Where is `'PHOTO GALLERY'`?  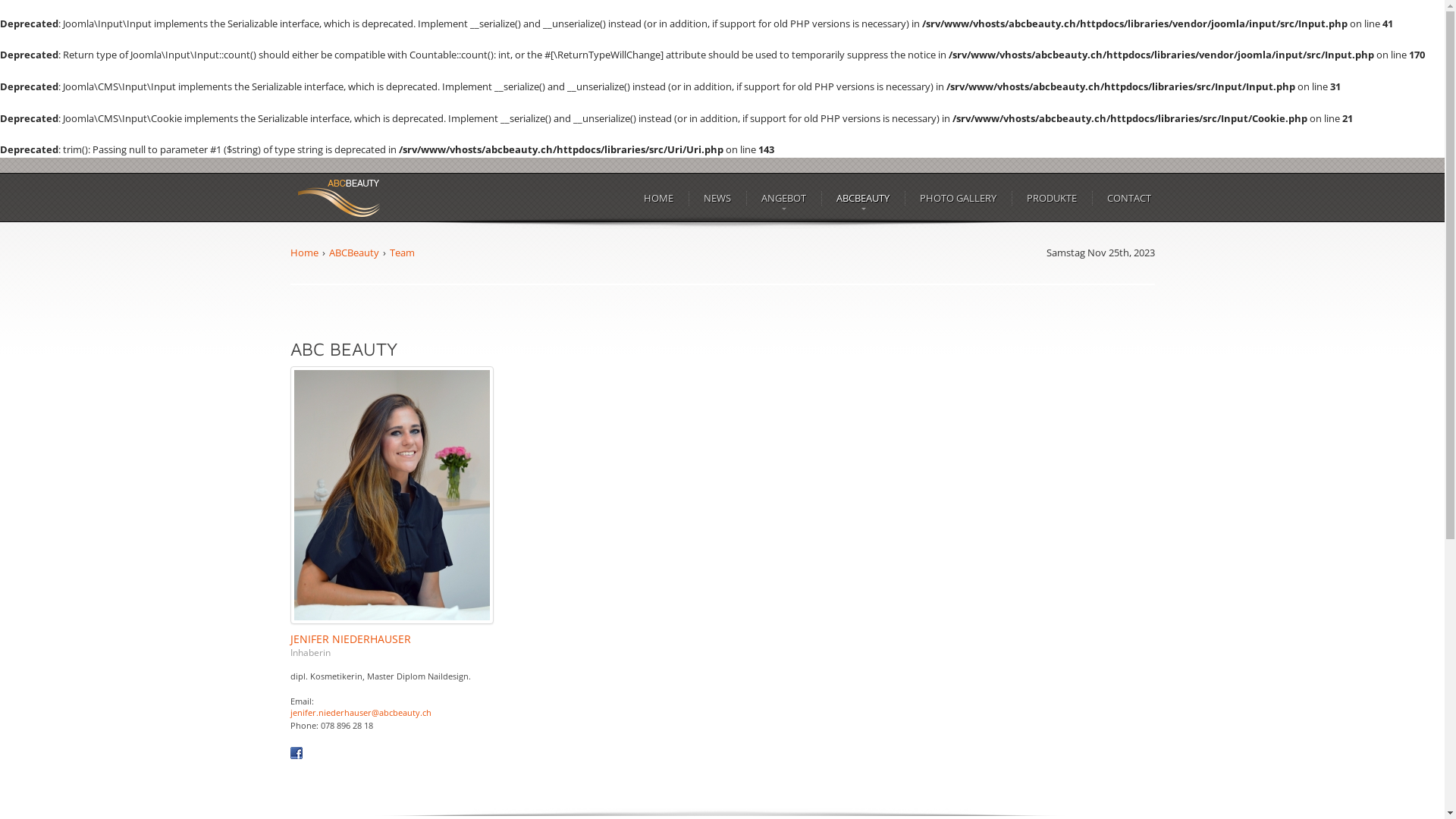 'PHOTO GALLERY' is located at coordinates (957, 197).